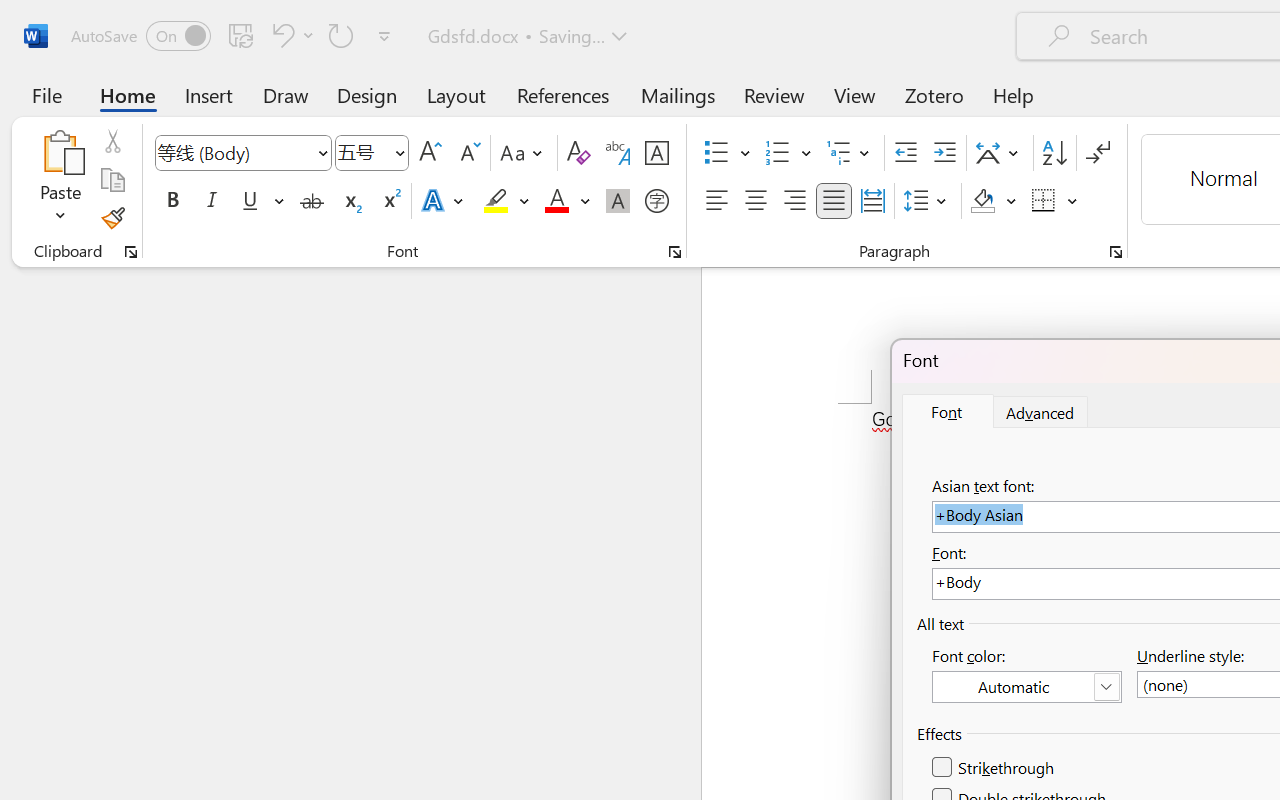 Image resolution: width=1280 pixels, height=800 pixels. Describe the element at coordinates (993, 201) in the screenshot. I see `'Shading'` at that location.